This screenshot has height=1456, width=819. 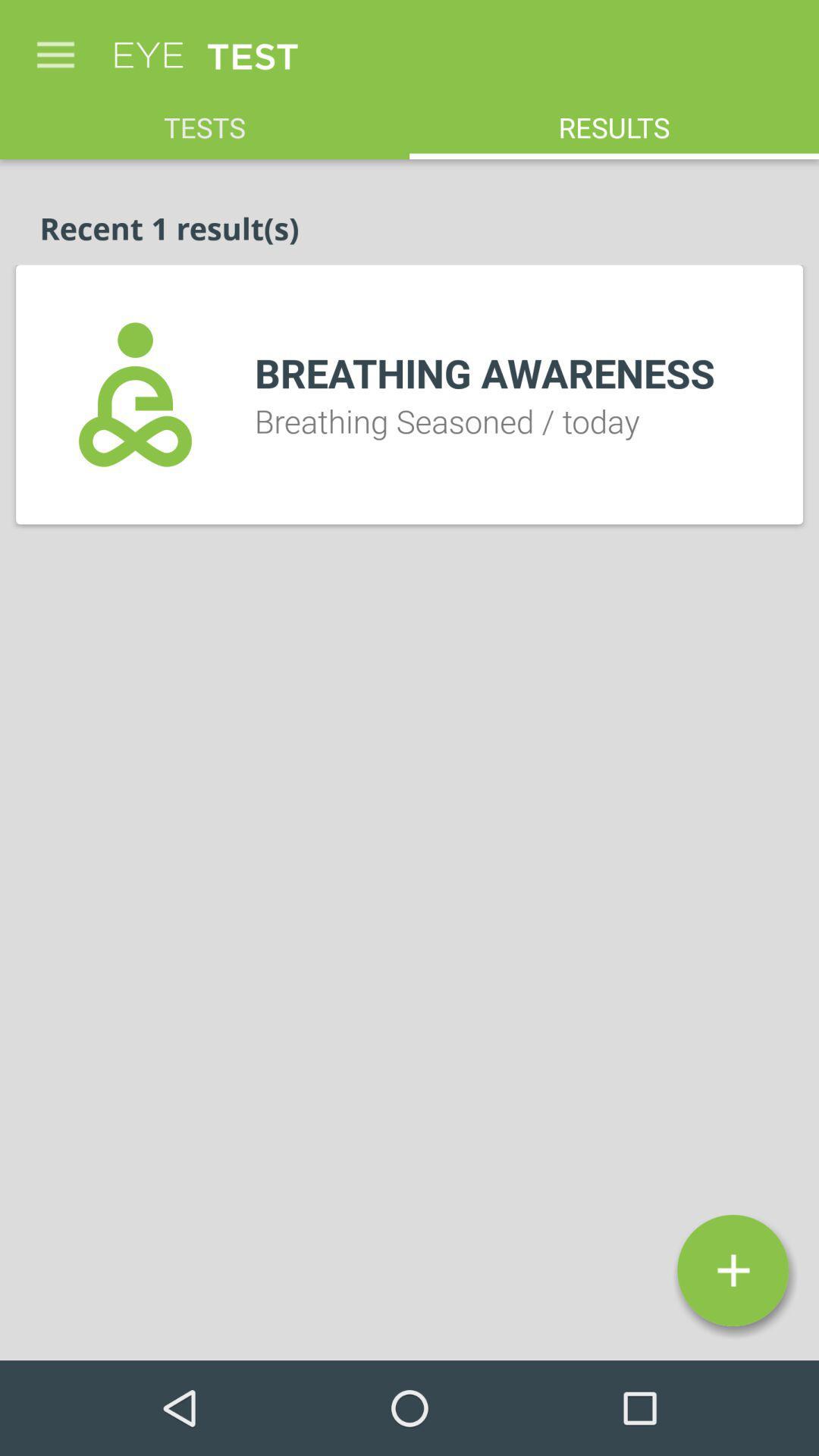 What do you see at coordinates (614, 118) in the screenshot?
I see `item above the breathing awareness` at bounding box center [614, 118].